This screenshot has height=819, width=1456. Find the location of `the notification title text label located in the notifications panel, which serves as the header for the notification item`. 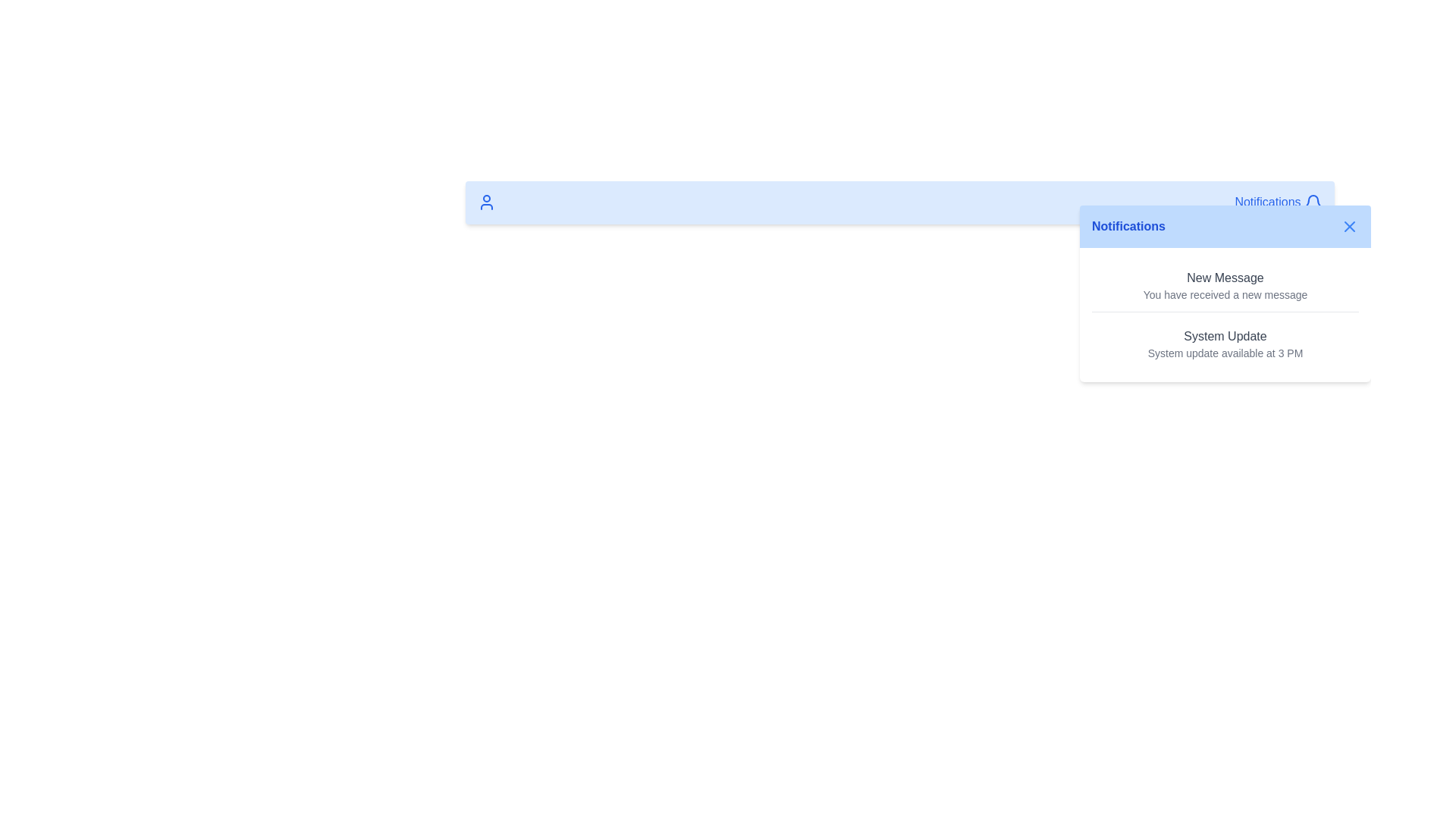

the notification title text label located in the notifications panel, which serves as the header for the notification item is located at coordinates (1225, 335).